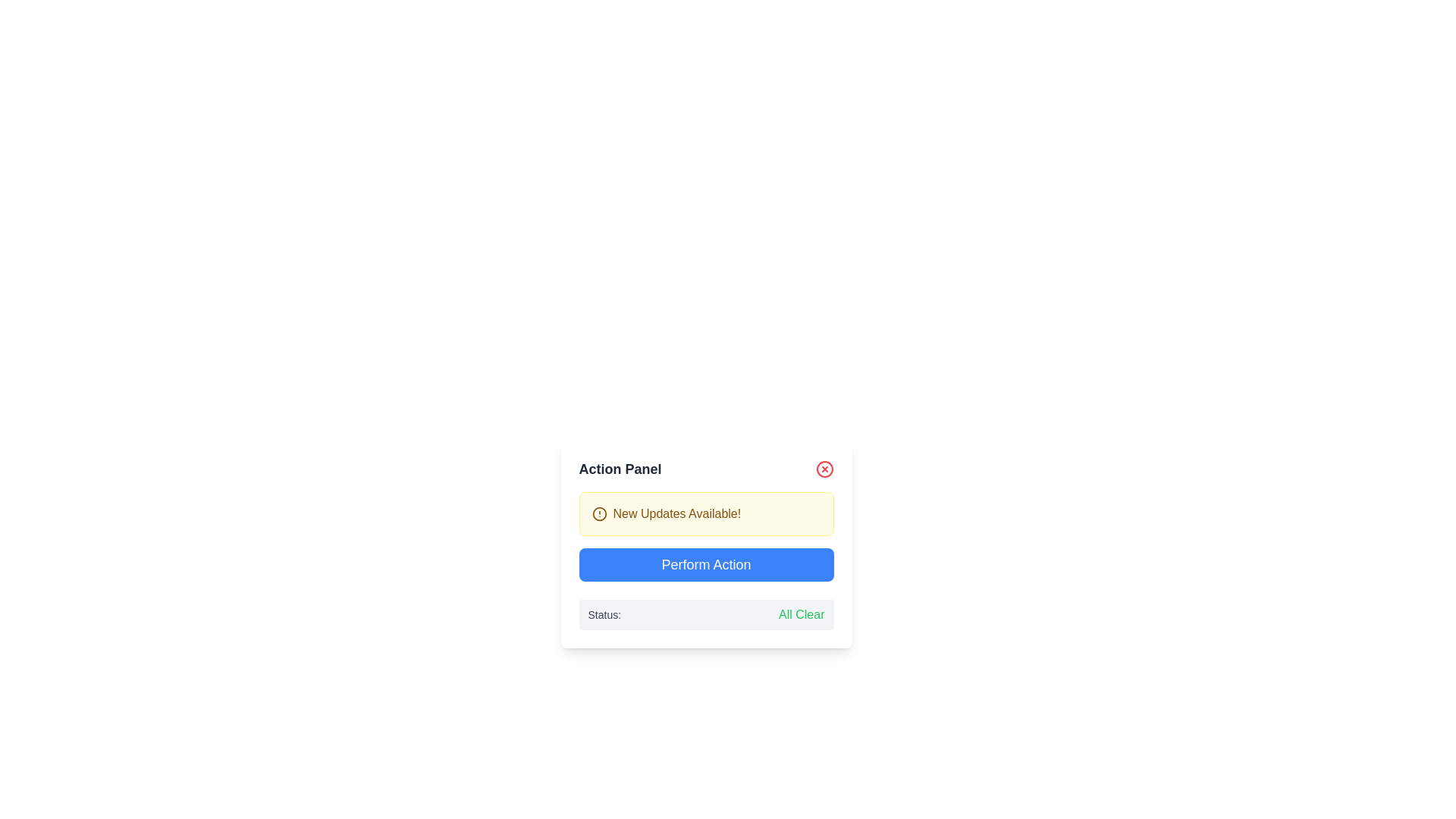 This screenshot has height=819, width=1456. Describe the element at coordinates (824, 468) in the screenshot. I see `the center of the circle which is part of the close button (X icon) located at the top-right corner of the 'Action Panel'` at that location.